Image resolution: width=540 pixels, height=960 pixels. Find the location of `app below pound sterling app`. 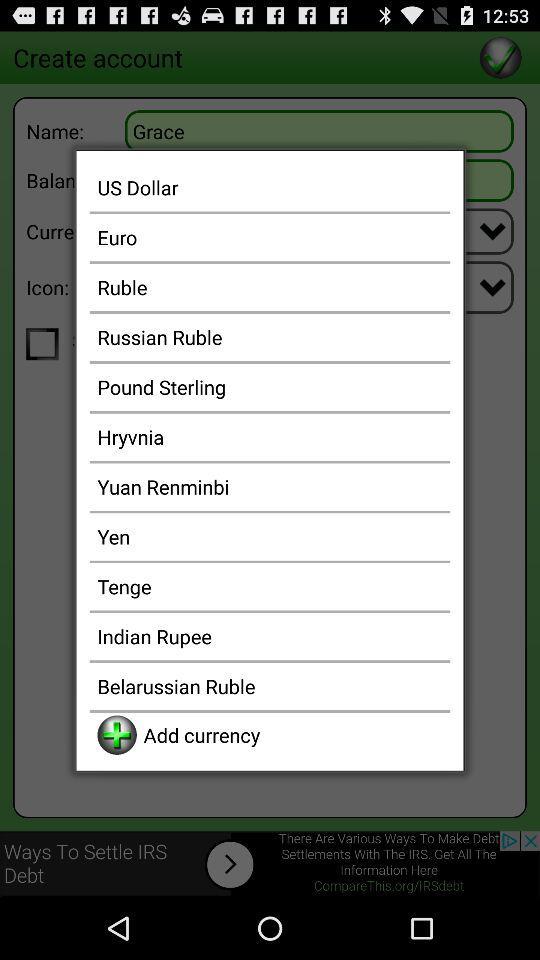

app below pound sterling app is located at coordinates (270, 437).